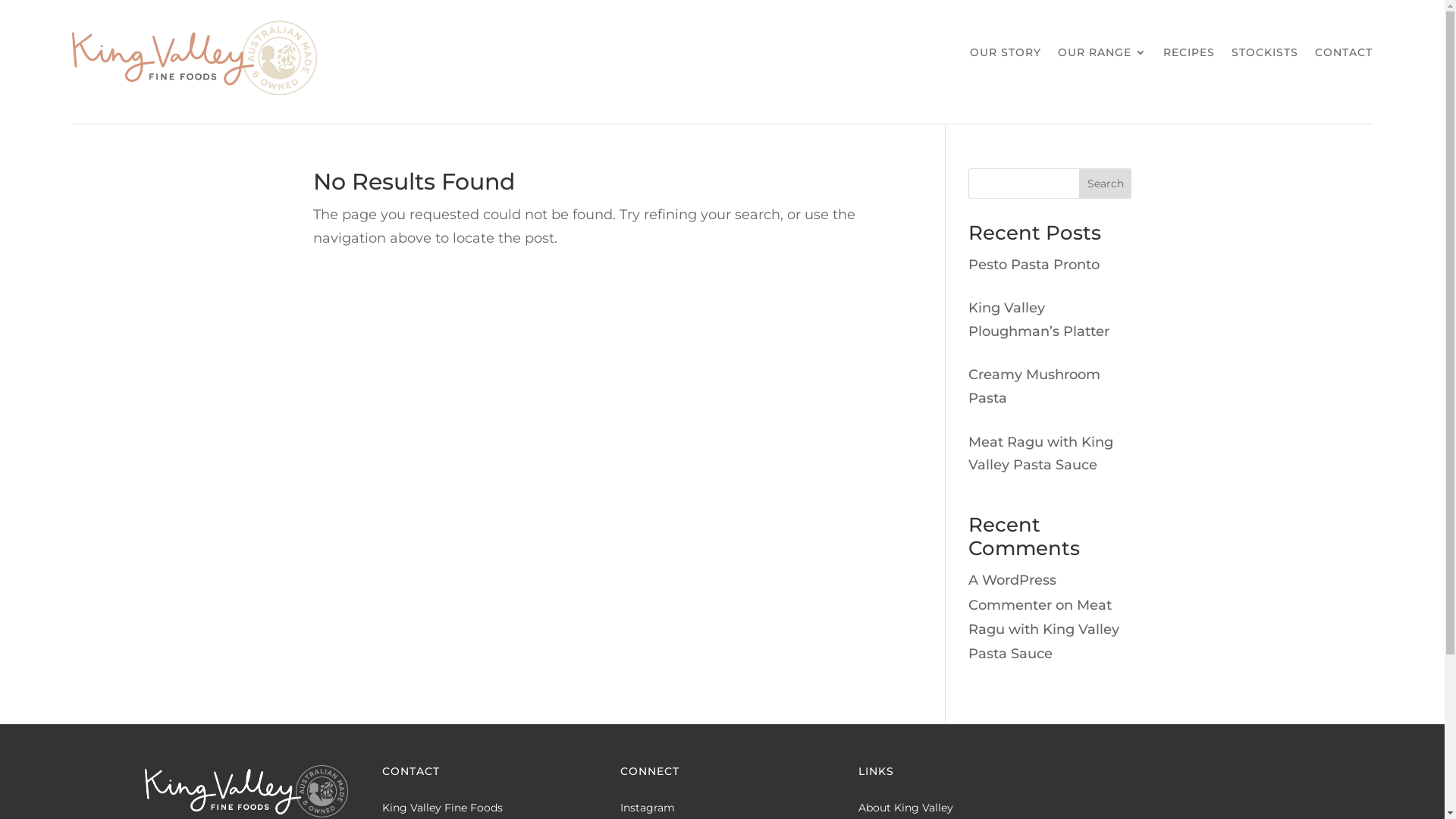 This screenshot has height=819, width=1456. Describe the element at coordinates (1188, 55) in the screenshot. I see `'RECIPES'` at that location.